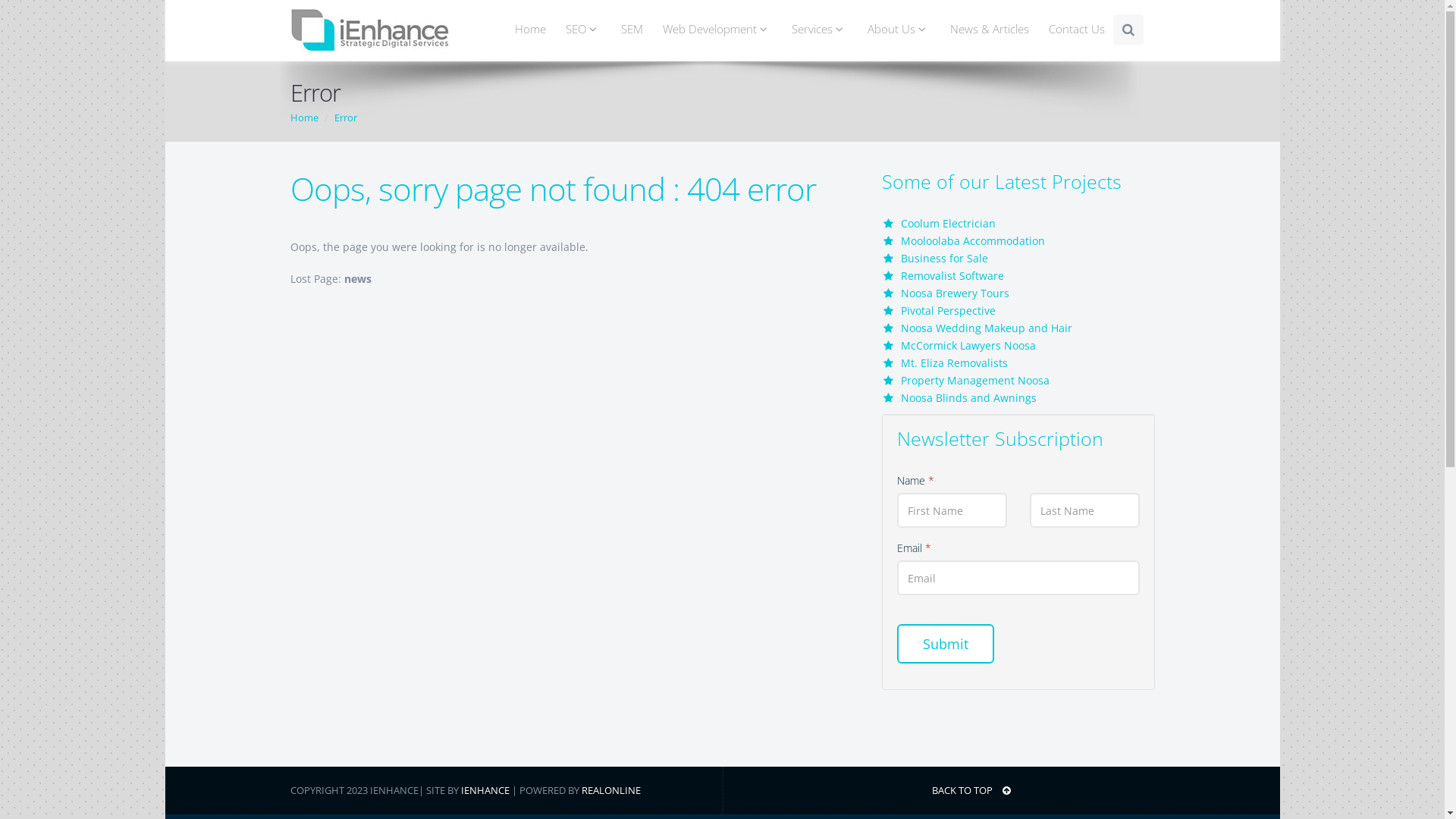 This screenshot has height=819, width=1456. What do you see at coordinates (954, 293) in the screenshot?
I see `'Noosa Brewery Tours'` at bounding box center [954, 293].